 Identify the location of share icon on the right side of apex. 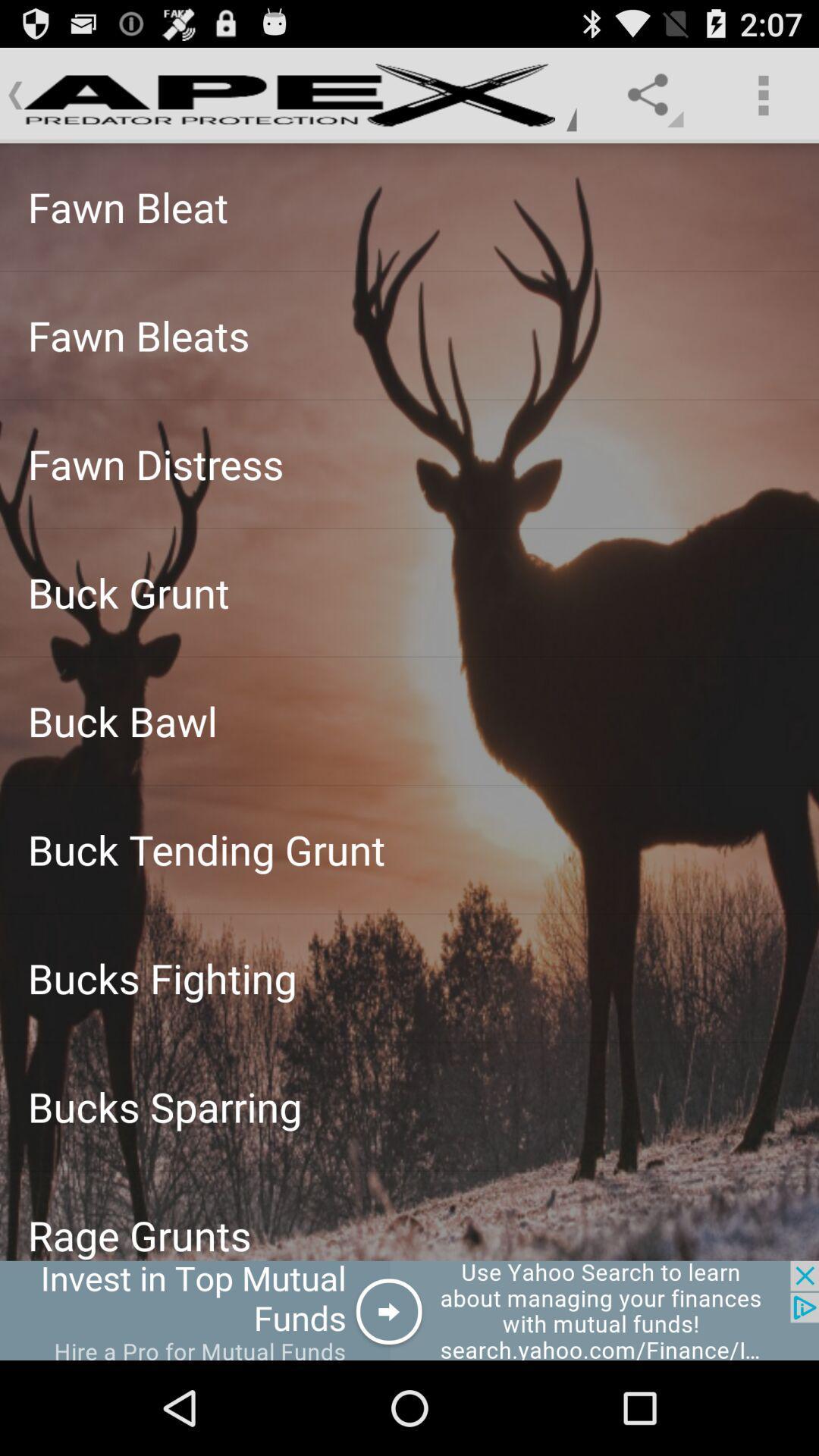
(651, 94).